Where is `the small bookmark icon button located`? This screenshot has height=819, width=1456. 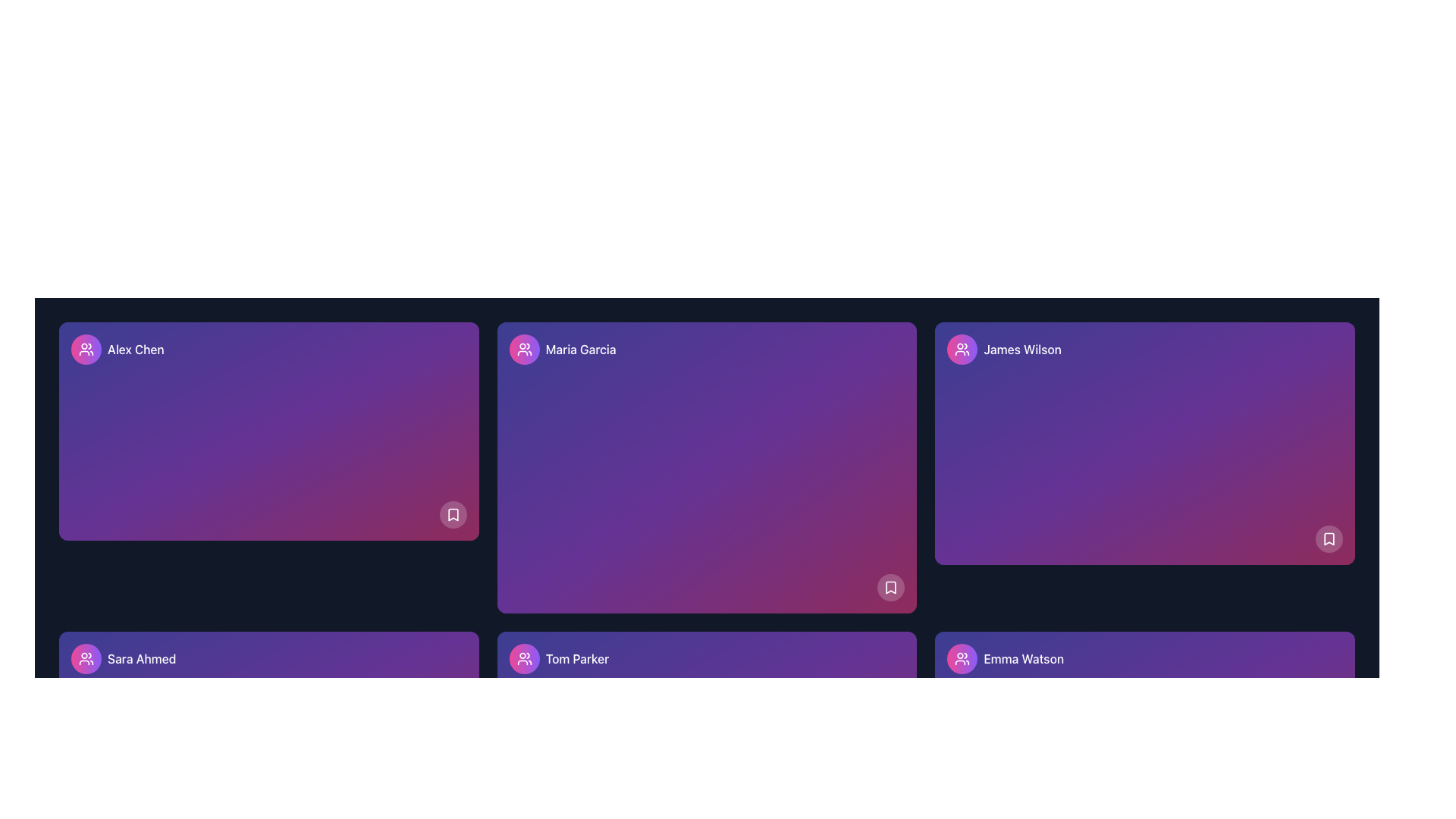
the small bookmark icon button located is located at coordinates (452, 513).